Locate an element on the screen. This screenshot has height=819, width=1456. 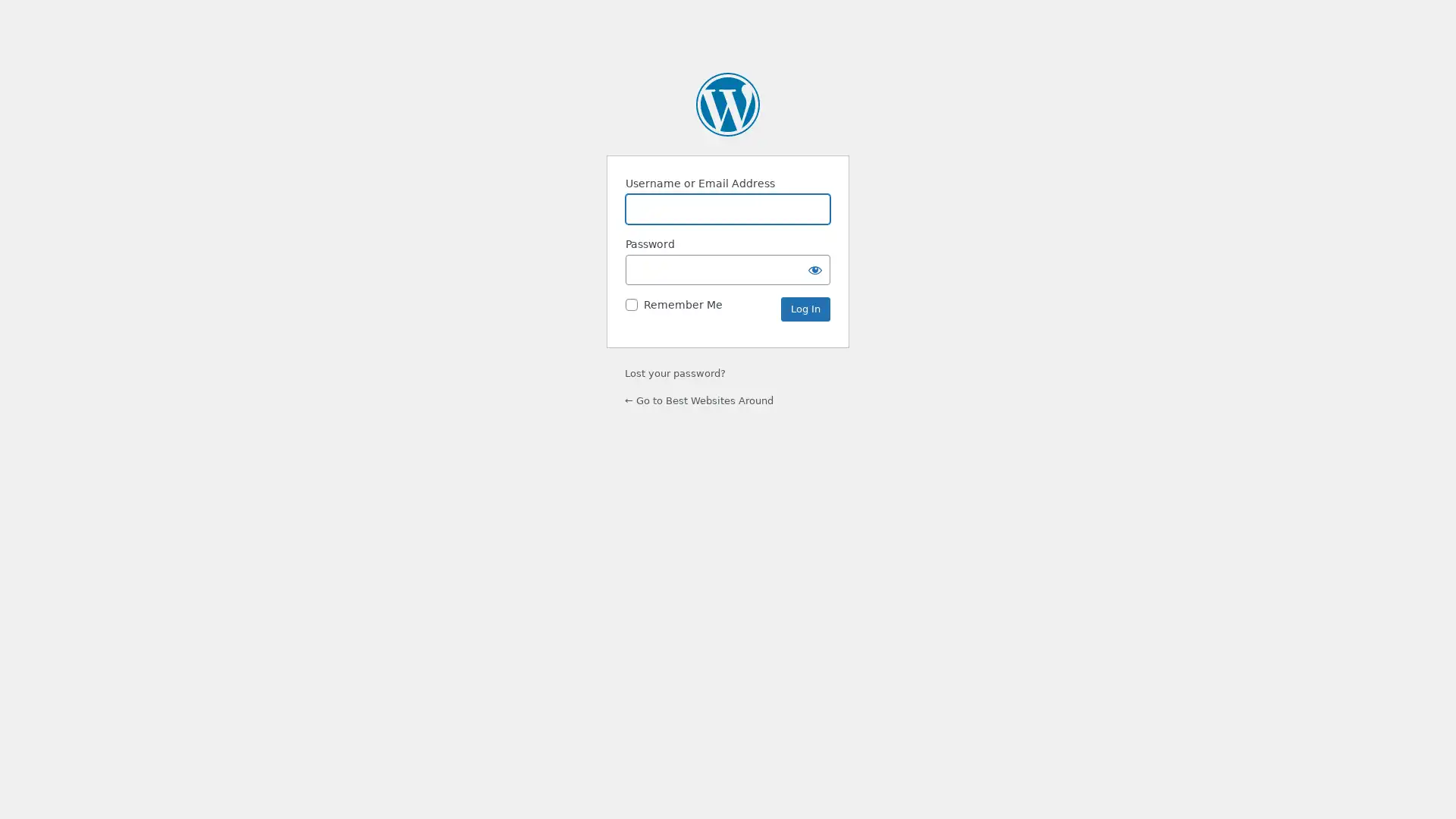
Log In is located at coordinates (805, 309).